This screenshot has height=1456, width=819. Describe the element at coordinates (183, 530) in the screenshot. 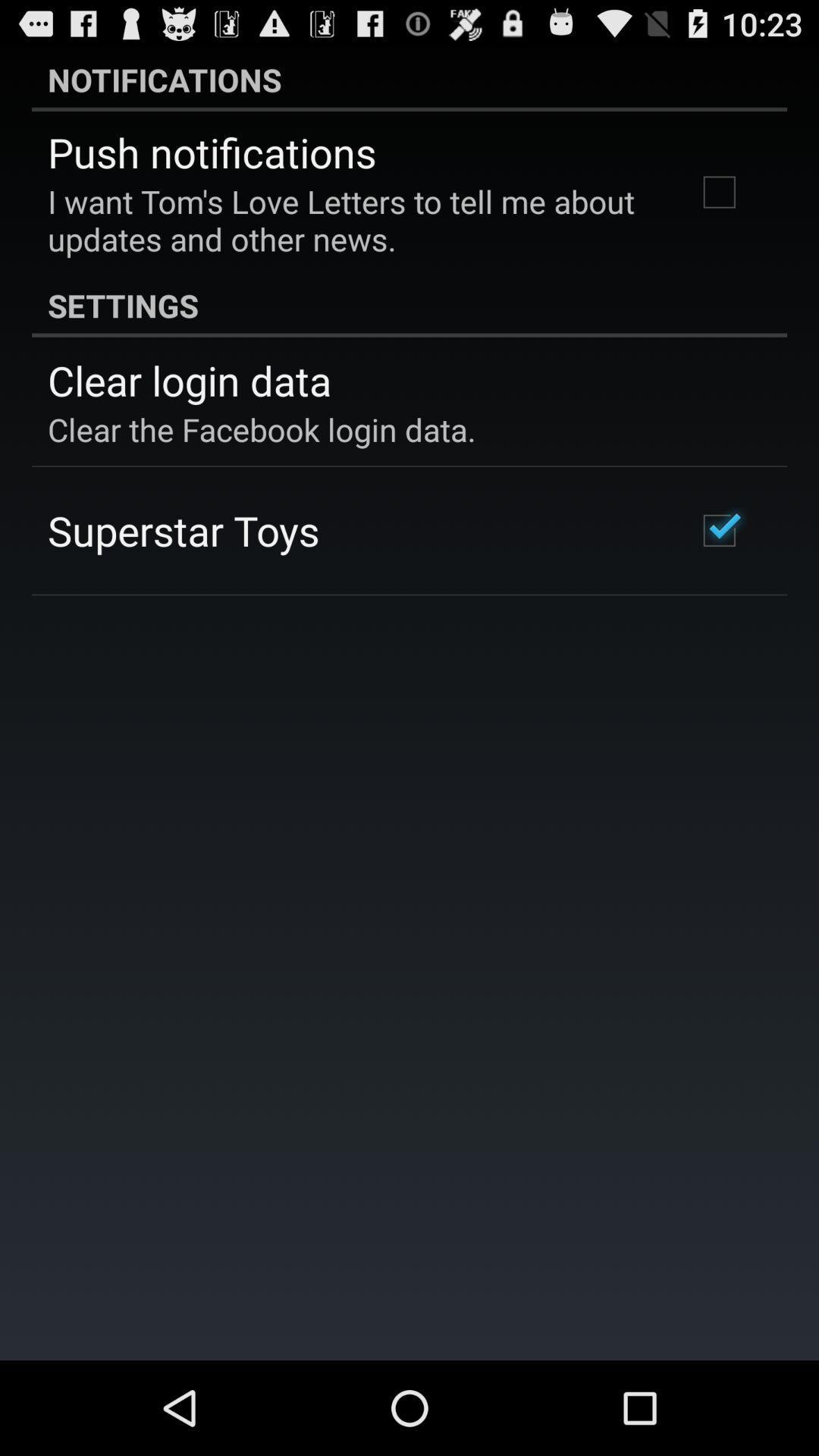

I see `icon below the clear the facebook icon` at that location.